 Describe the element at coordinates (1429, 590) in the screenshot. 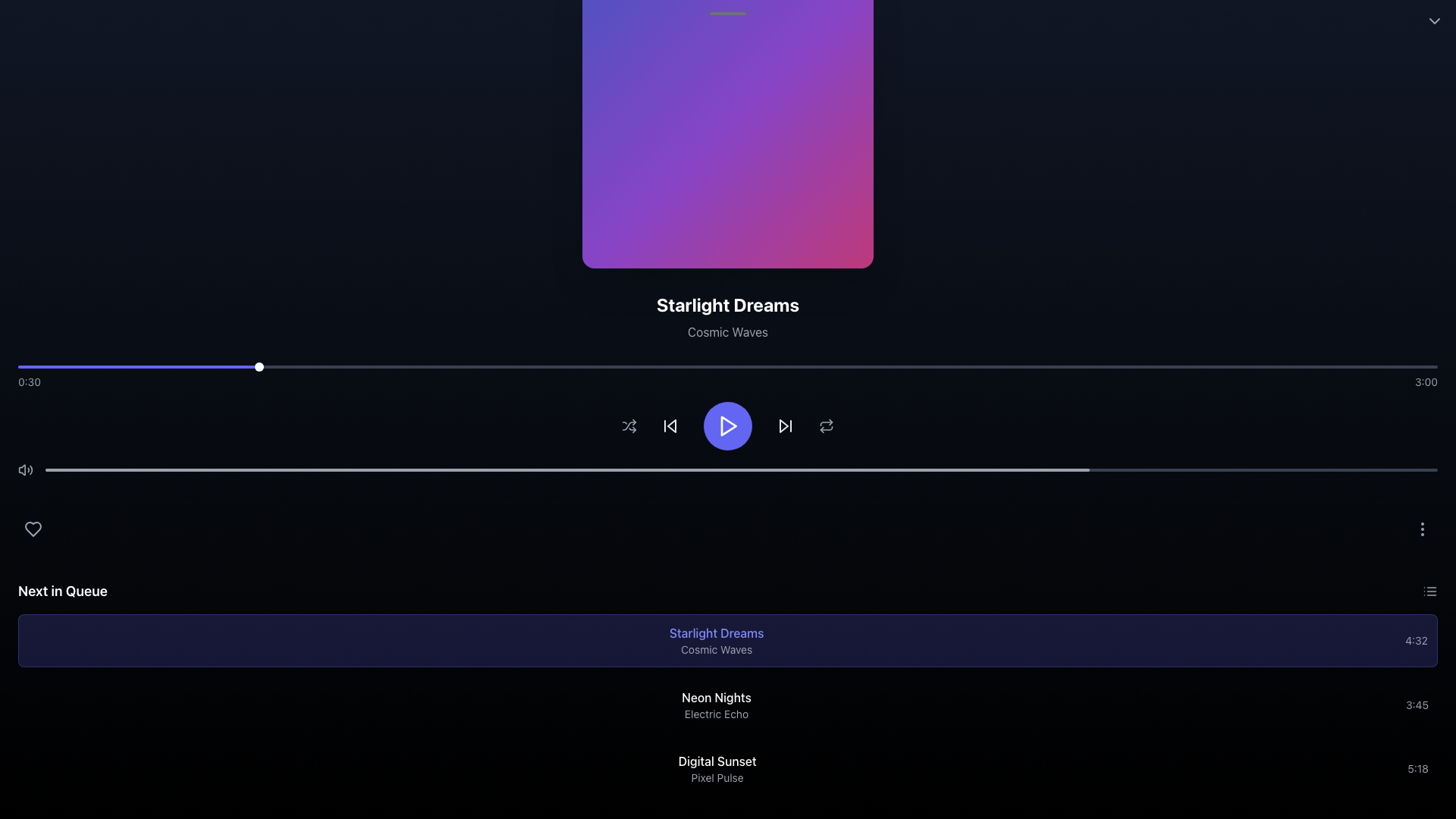

I see `the gray rectangular icon button resembling a horizontal list of three lines located in the top-right corner of the 'Next in Queue' section` at that location.